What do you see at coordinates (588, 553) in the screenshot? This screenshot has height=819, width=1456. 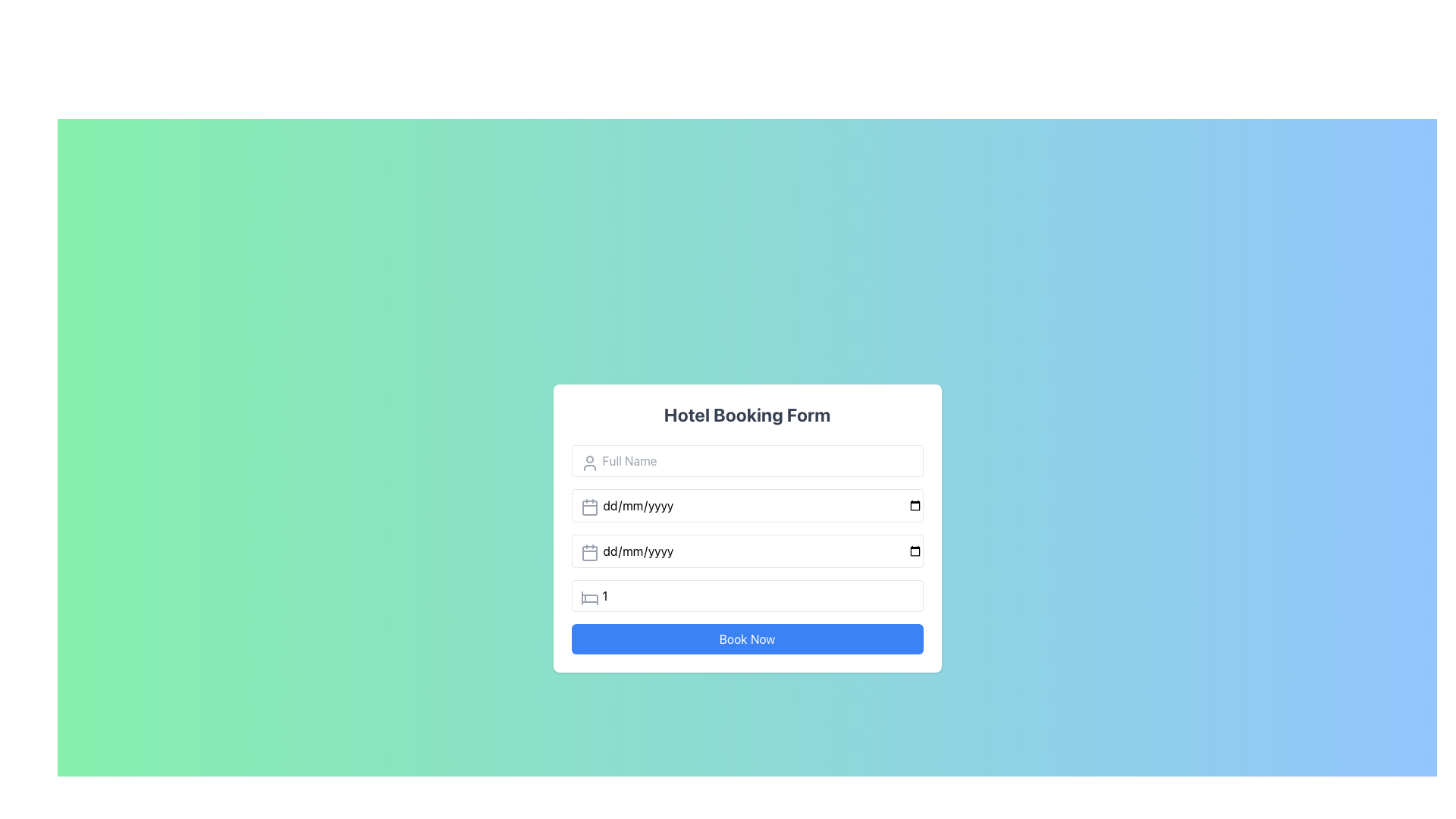 I see `the minimalist calendar icon located inside the second date input field of the booking form` at bounding box center [588, 553].